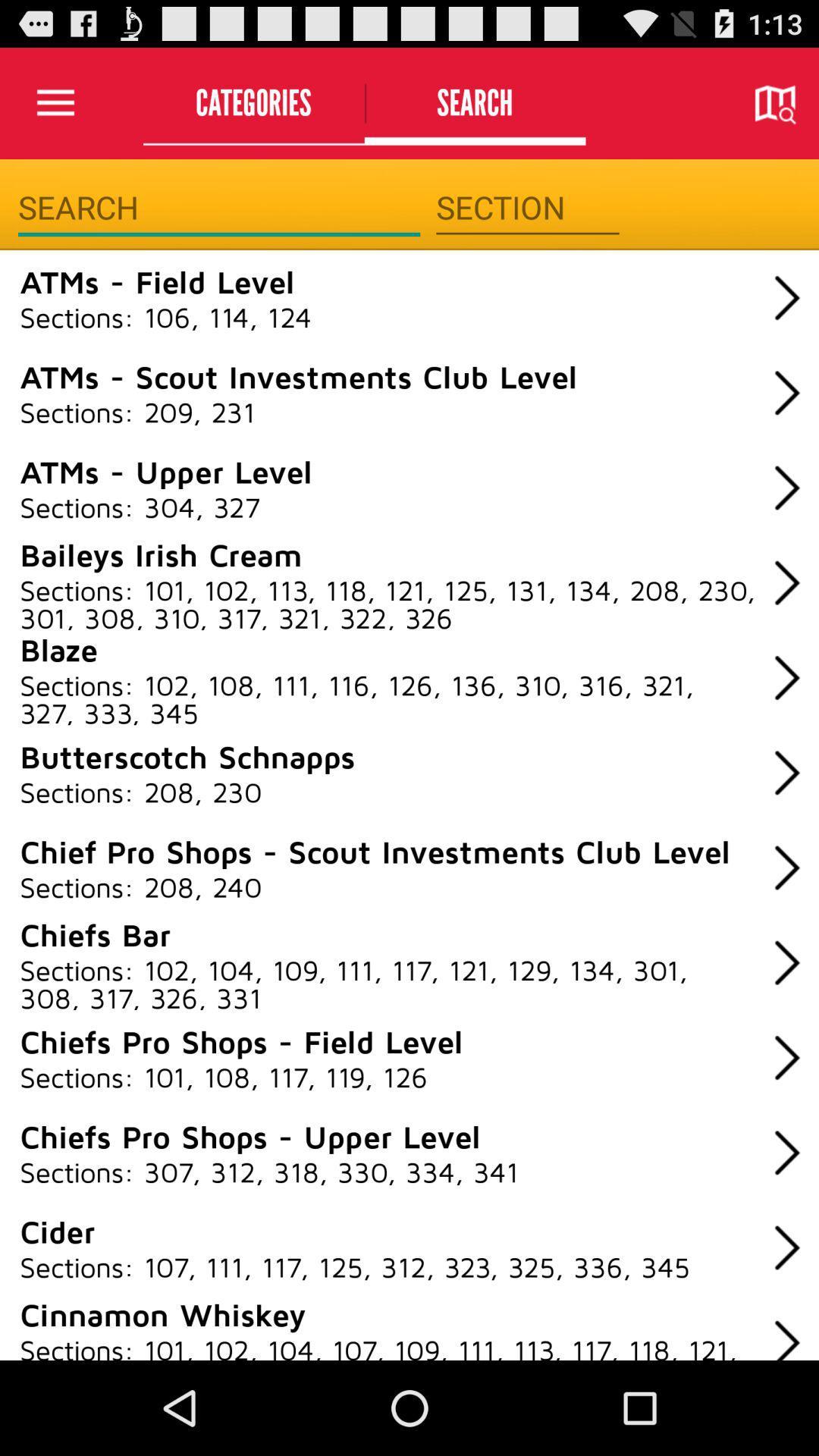 The height and width of the screenshot is (1456, 819). Describe the element at coordinates (58, 649) in the screenshot. I see `blaze` at that location.